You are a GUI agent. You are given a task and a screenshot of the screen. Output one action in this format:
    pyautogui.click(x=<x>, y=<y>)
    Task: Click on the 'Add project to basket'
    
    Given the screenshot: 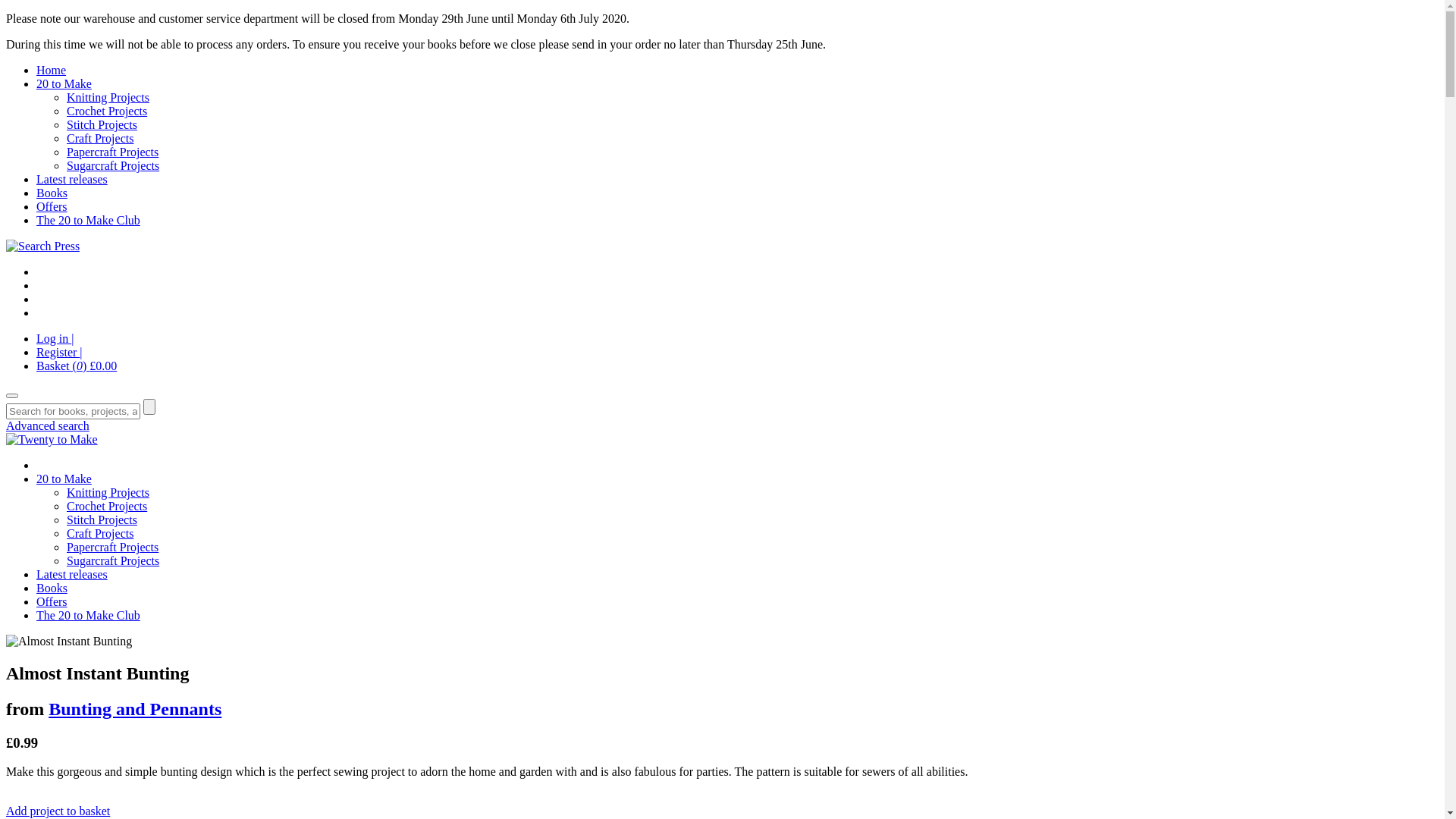 What is the action you would take?
    pyautogui.click(x=58, y=810)
    